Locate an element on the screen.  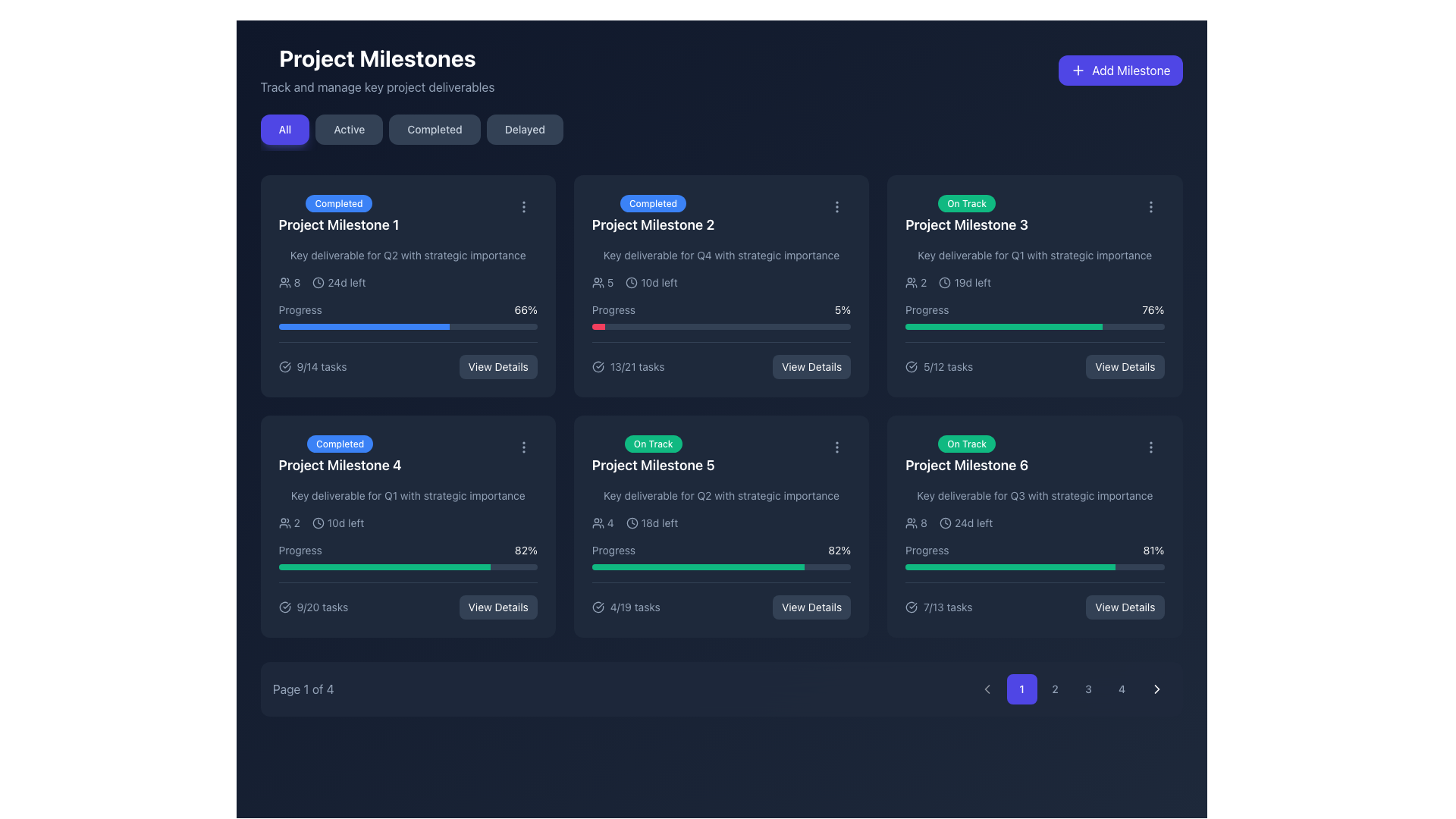
the progress bar indicating 66% completion, located beneath the 'Progress' label in the 'Project Milestone 1' card is located at coordinates (408, 326).